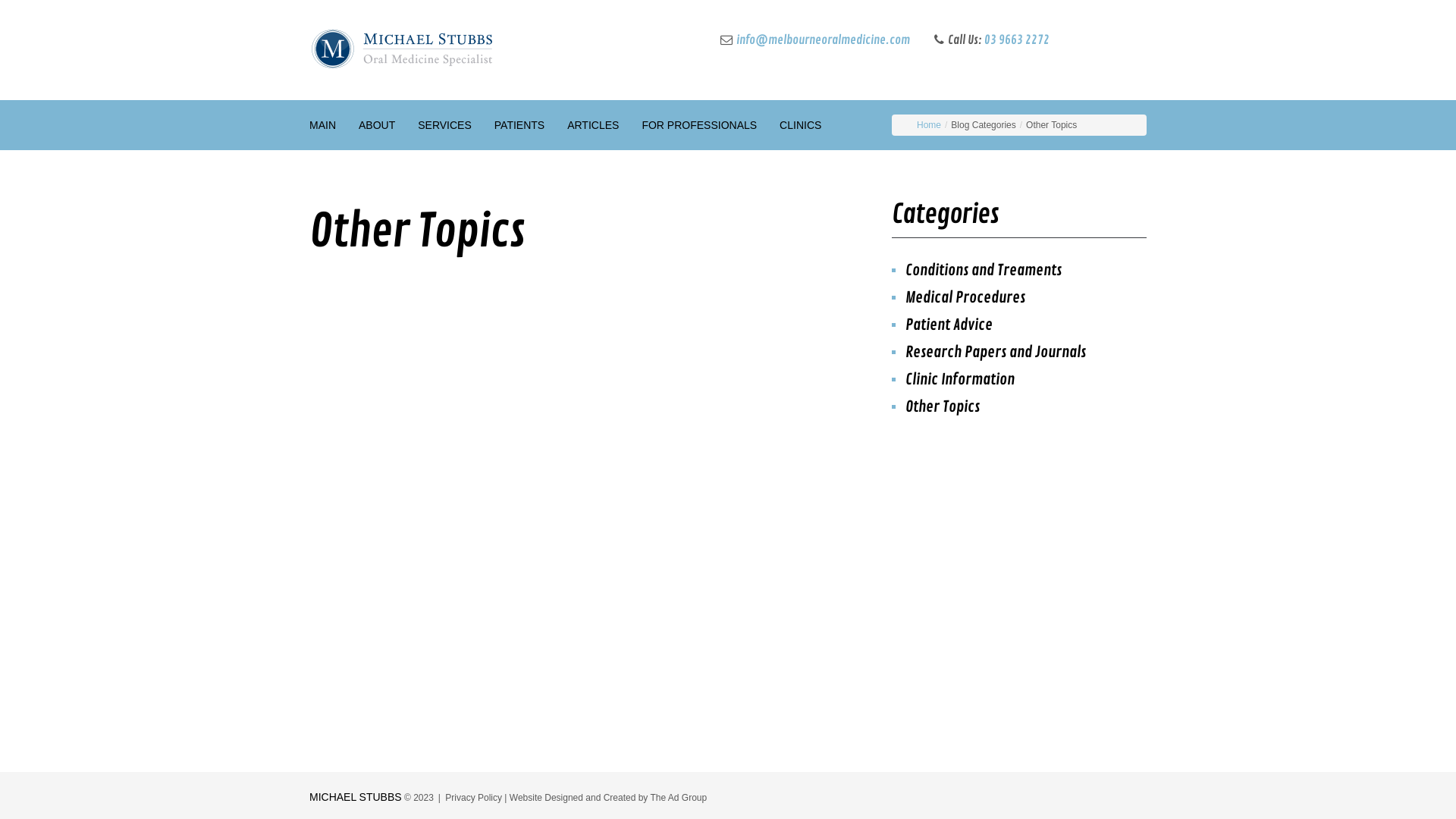 Image resolution: width=1456 pixels, height=819 pixels. I want to click on 'ABOUT', so click(377, 124).